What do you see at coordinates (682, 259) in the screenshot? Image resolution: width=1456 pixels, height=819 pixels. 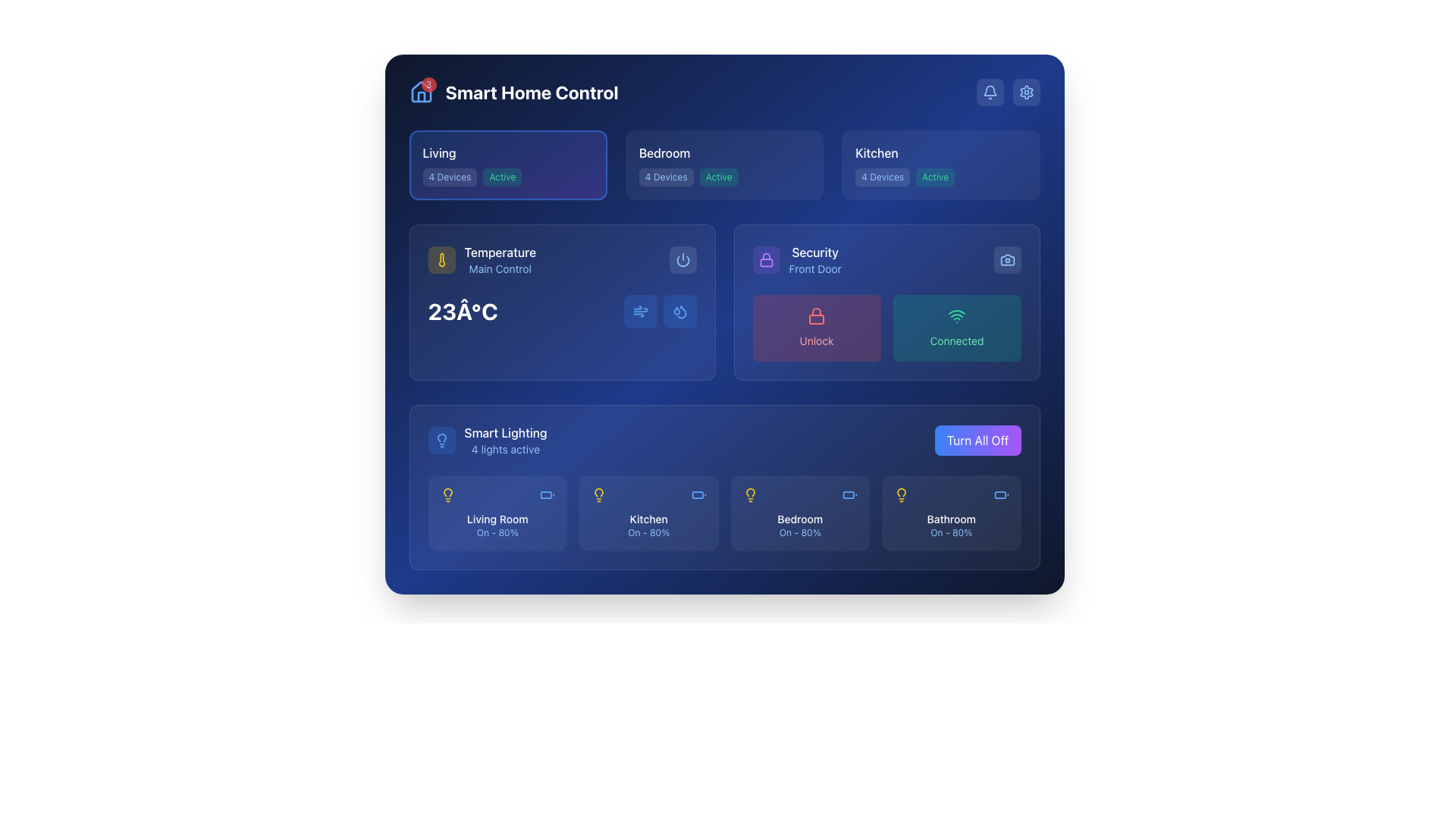 I see `the button with a dark background and a circular power icon in blue located in the top-right corner of the 'Temperature' section for interaction feedback` at bounding box center [682, 259].